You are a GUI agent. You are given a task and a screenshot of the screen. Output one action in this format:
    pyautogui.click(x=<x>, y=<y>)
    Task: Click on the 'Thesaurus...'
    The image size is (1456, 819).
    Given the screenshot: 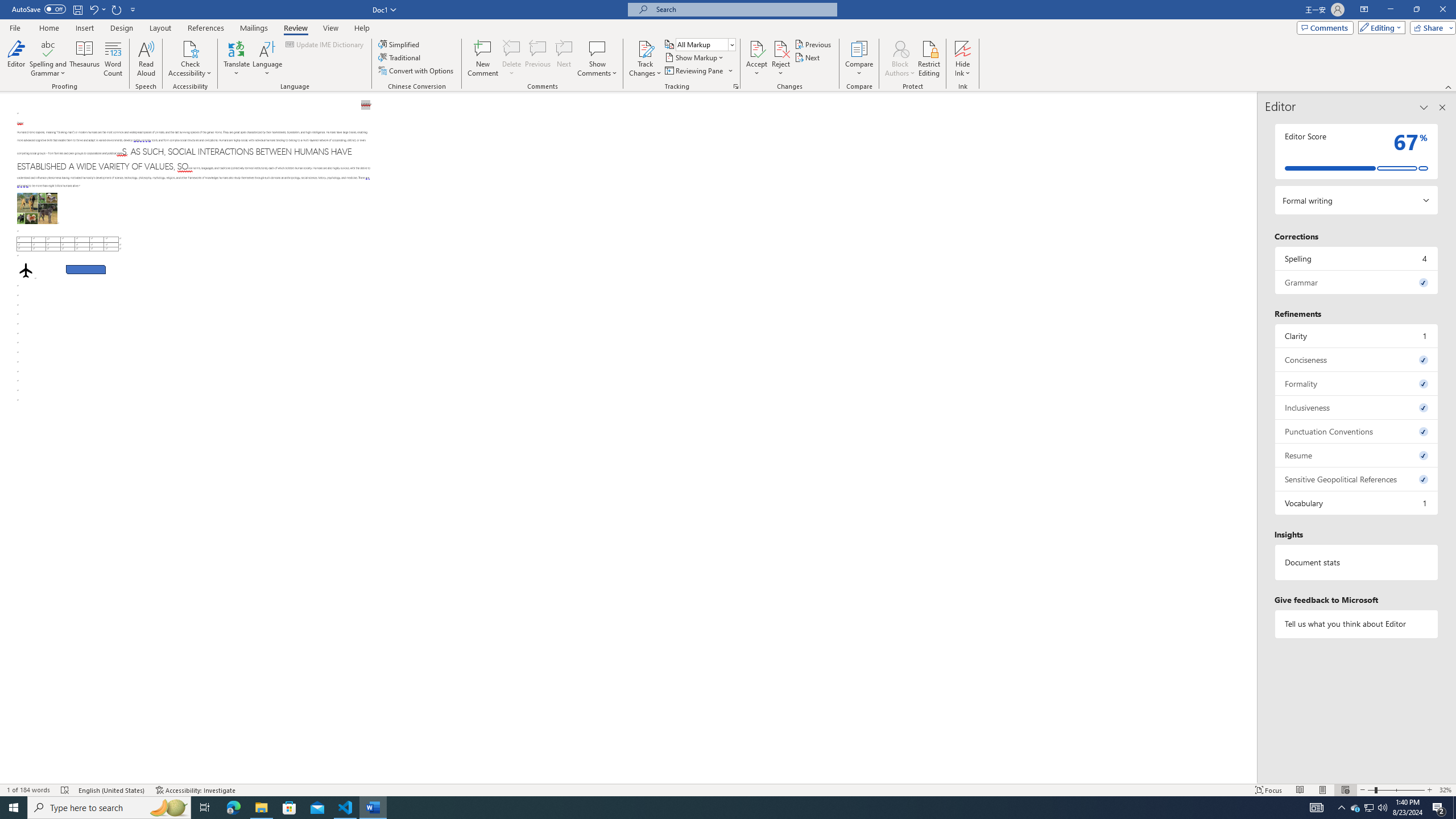 What is the action you would take?
    pyautogui.click(x=84, y=59)
    